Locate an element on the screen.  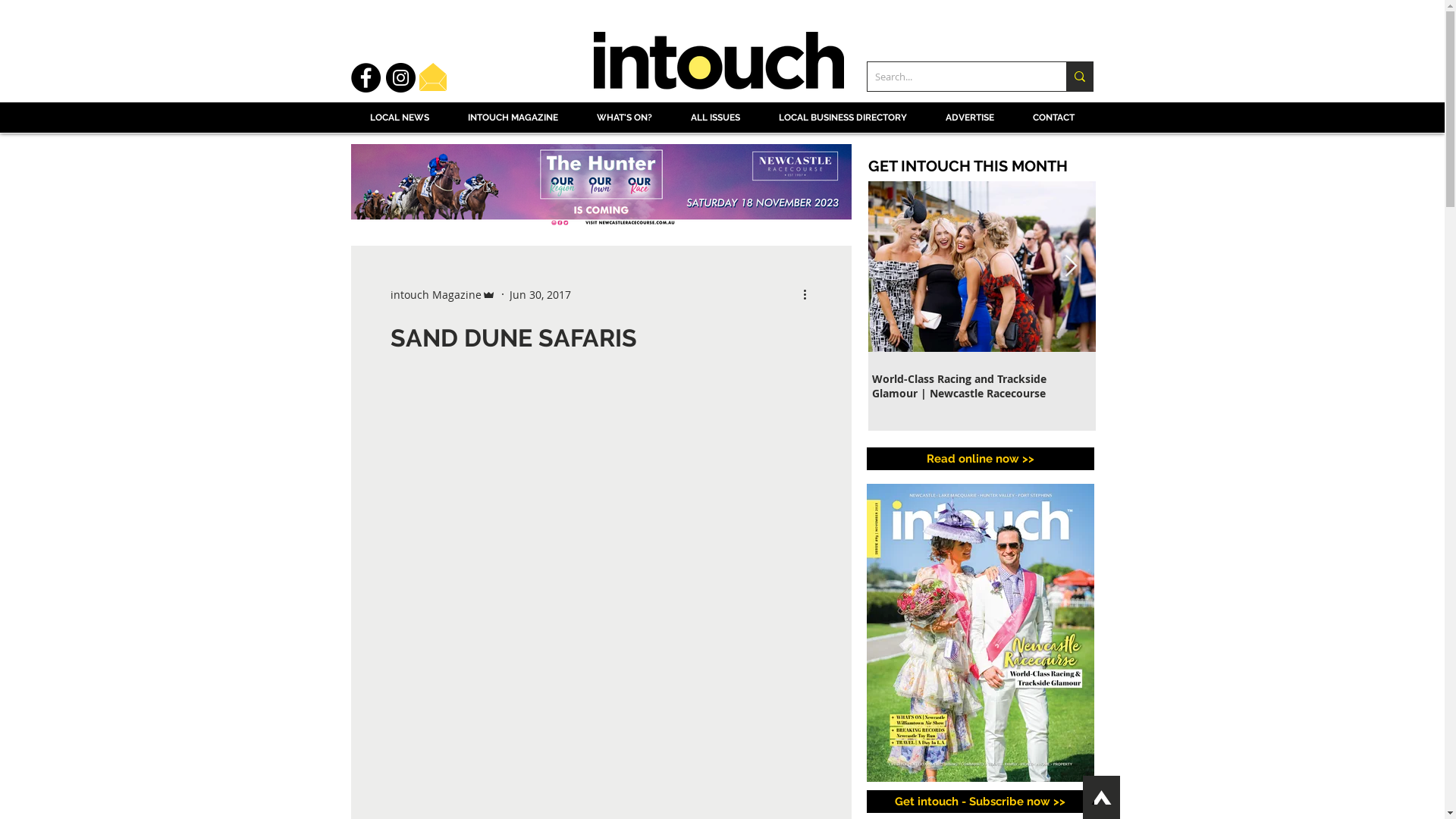
'LOCAL BUSINESS DIRECTORY' is located at coordinates (841, 121).